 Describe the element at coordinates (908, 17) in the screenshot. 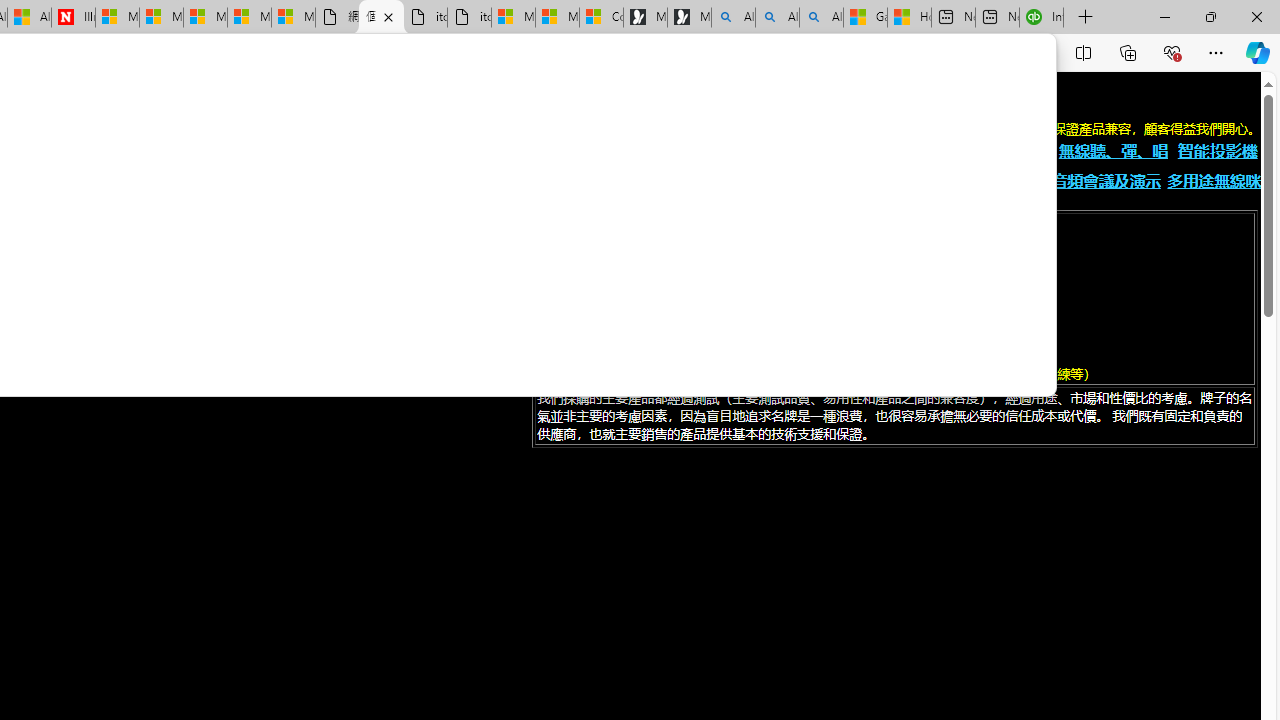

I see `'How to Use a TV as a Computer Monitor'` at that location.